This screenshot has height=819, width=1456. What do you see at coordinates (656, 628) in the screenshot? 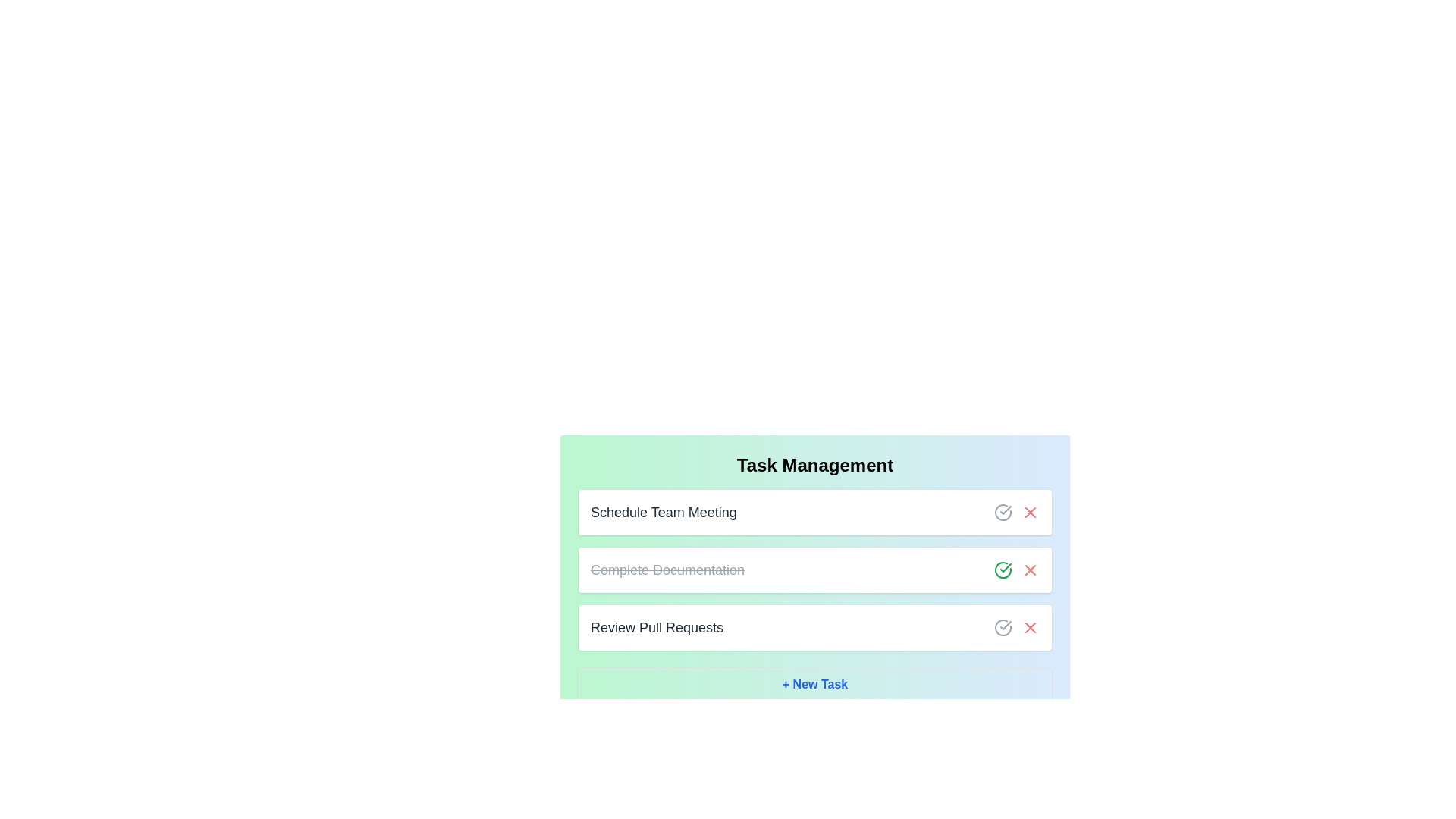
I see `the task titled 'Review Pull Requests'` at bounding box center [656, 628].